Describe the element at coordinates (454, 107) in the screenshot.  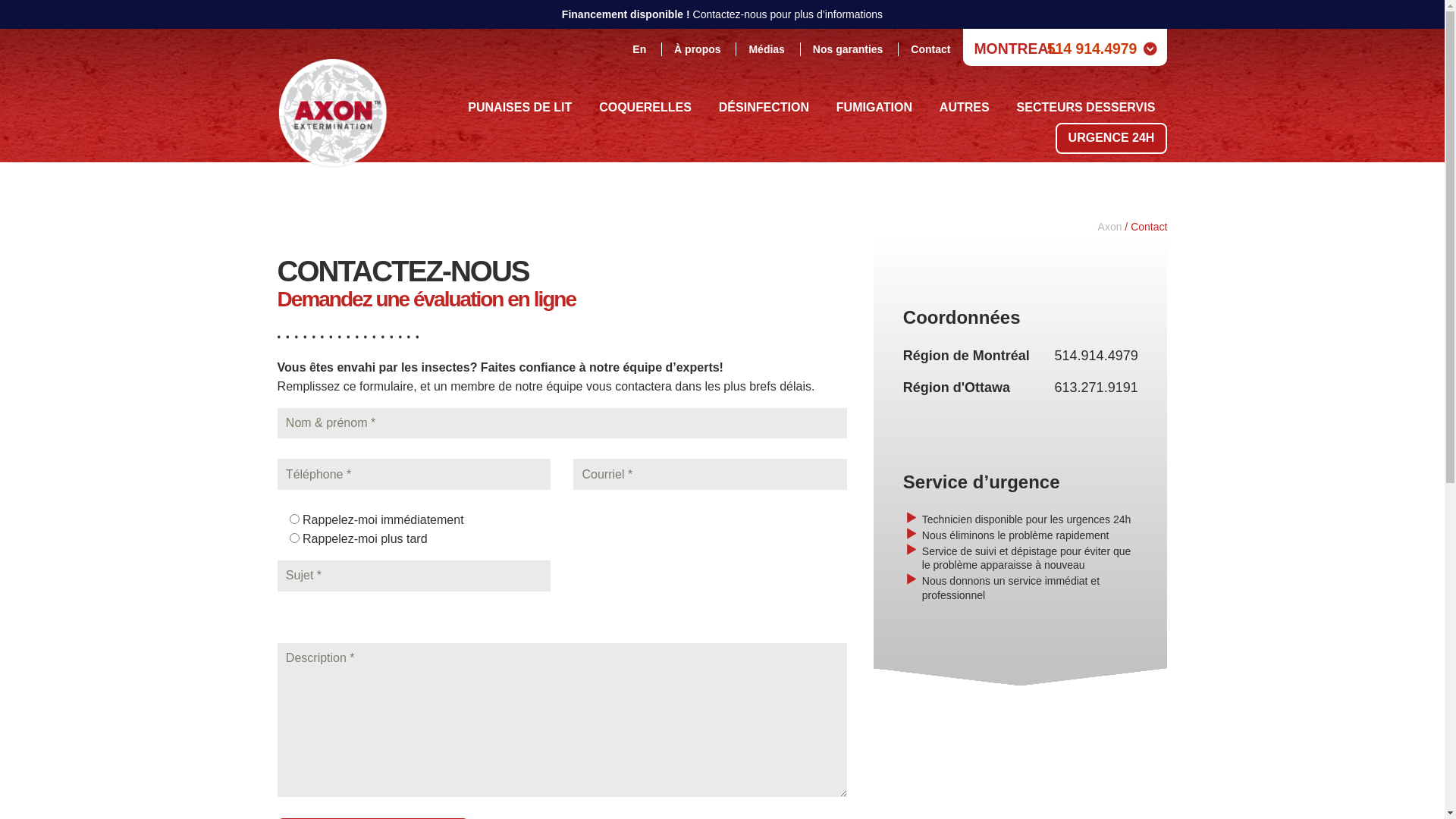
I see `'PUNAISES DE LIT'` at that location.